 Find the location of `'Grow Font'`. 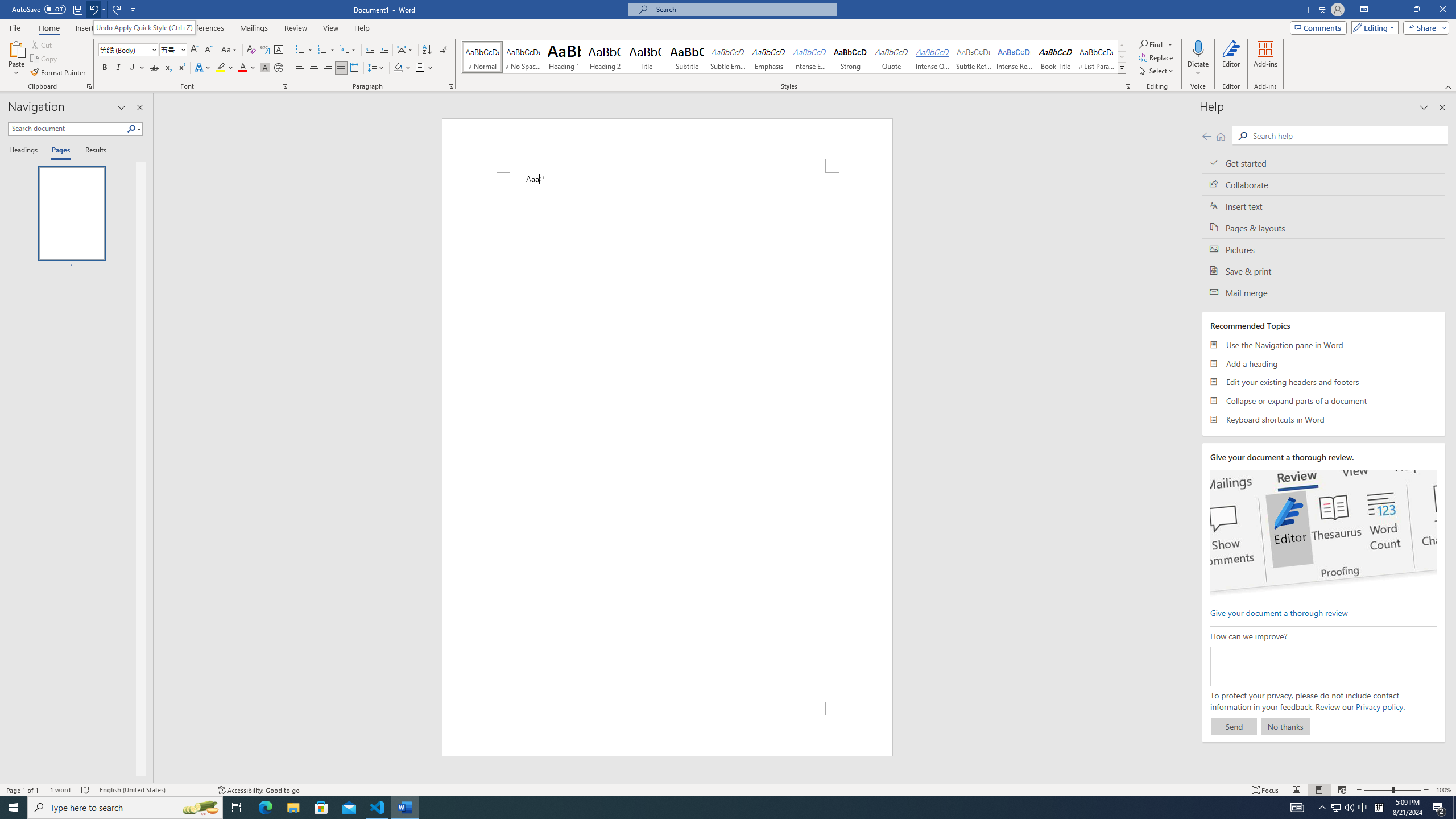

'Grow Font' is located at coordinates (194, 49).